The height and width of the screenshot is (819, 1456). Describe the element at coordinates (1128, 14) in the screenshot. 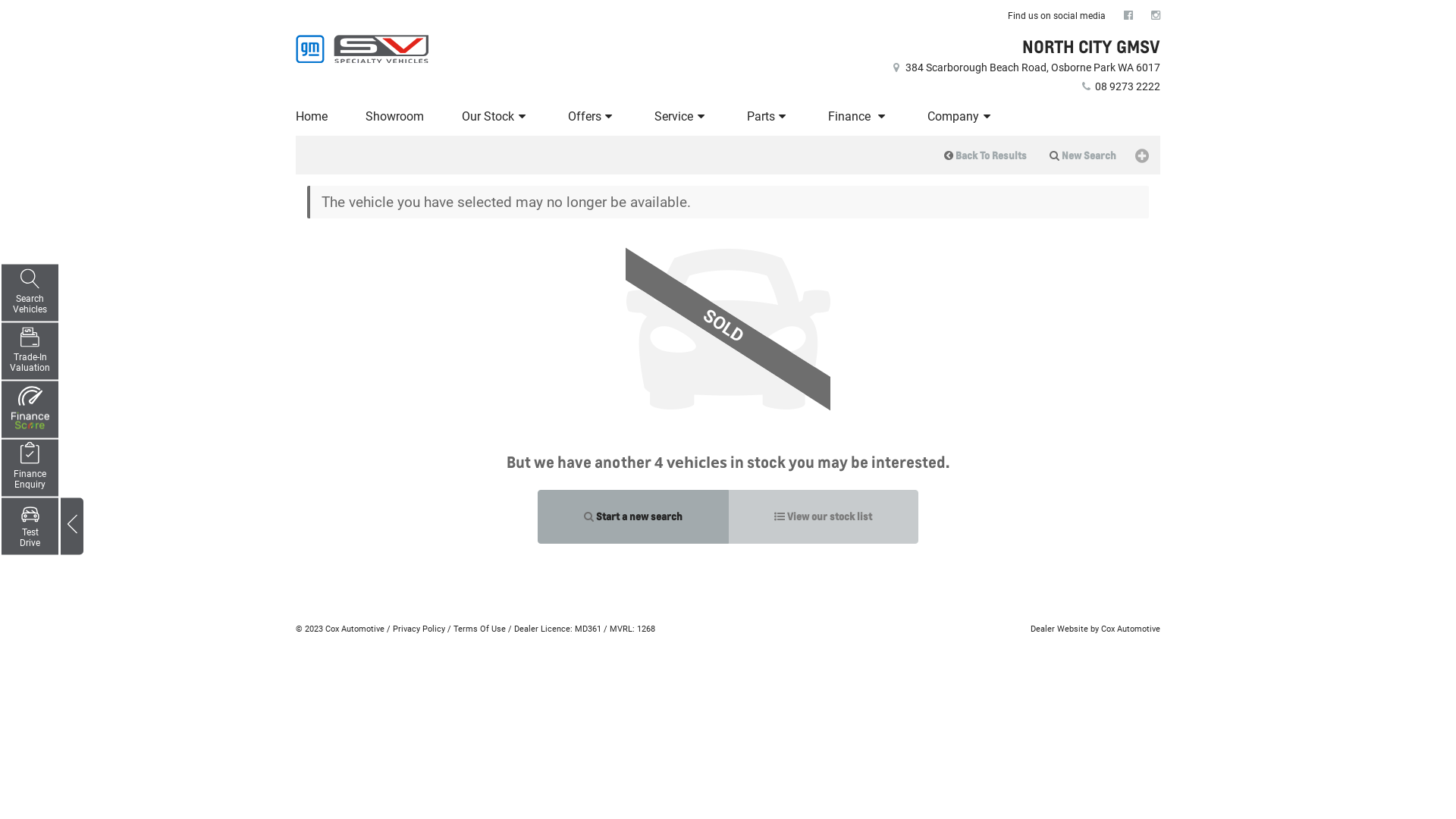

I see `'Facebook'` at that location.